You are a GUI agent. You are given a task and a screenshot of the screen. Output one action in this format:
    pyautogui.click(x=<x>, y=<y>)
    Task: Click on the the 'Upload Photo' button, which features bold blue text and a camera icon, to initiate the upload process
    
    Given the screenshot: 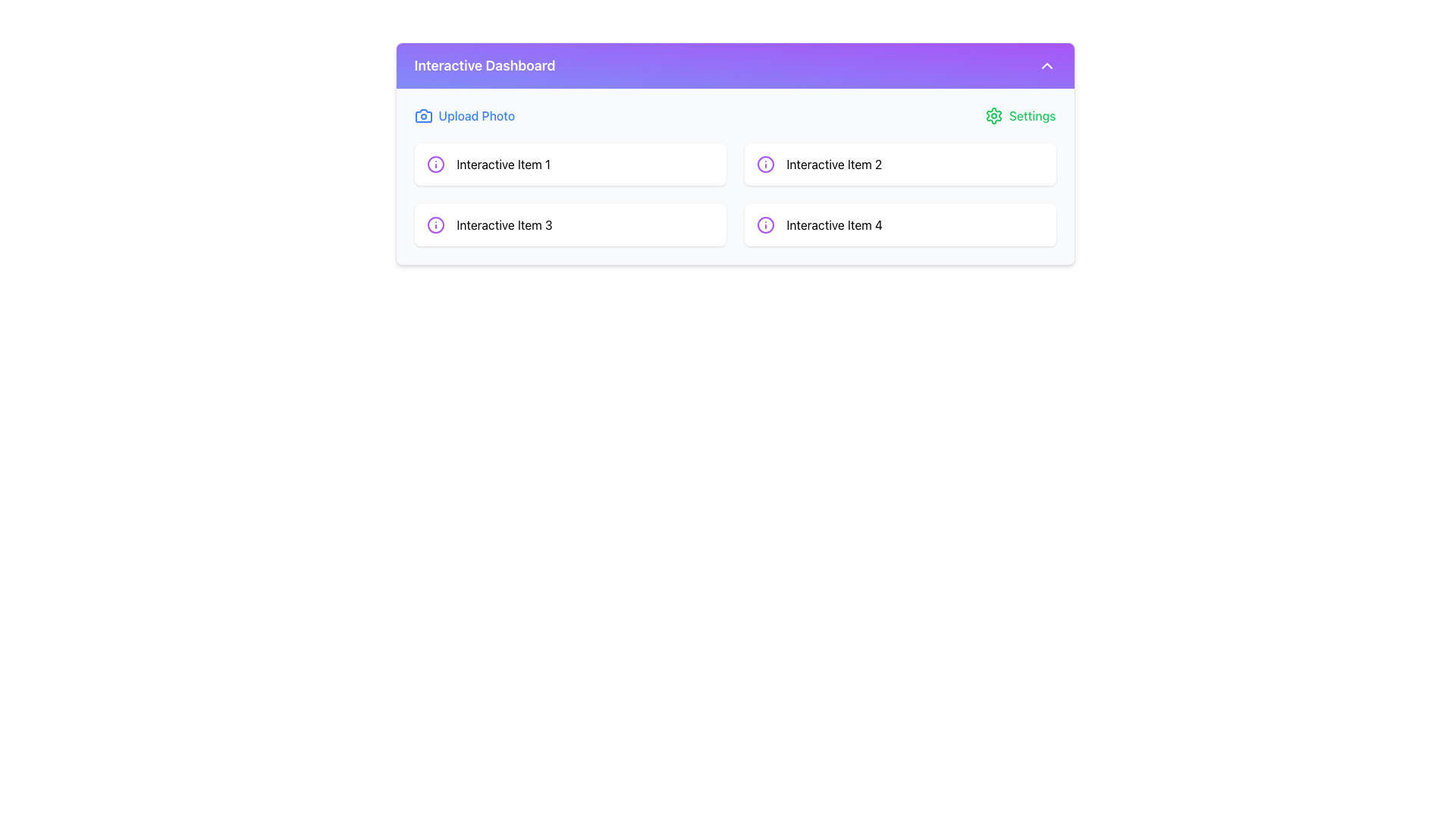 What is the action you would take?
    pyautogui.click(x=463, y=115)
    